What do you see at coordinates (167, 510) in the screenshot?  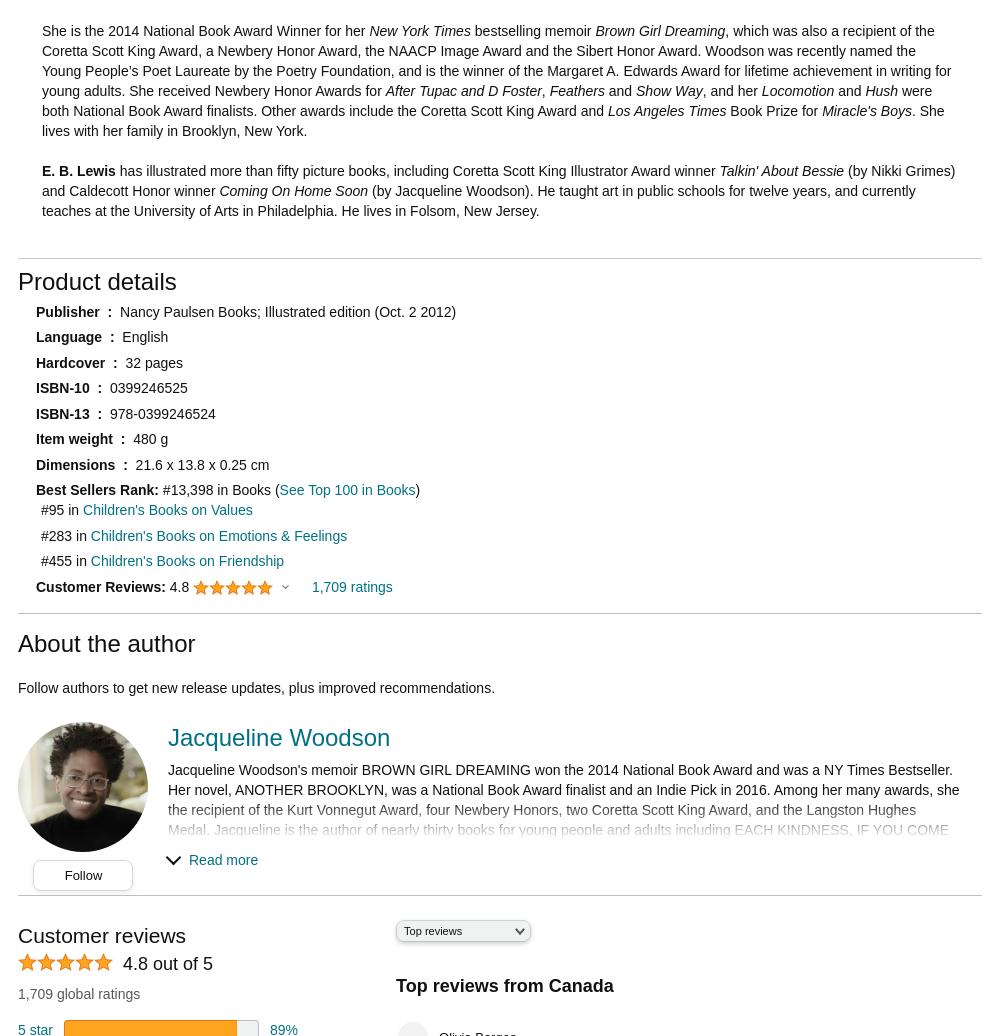 I see `'Children's Books on Values'` at bounding box center [167, 510].